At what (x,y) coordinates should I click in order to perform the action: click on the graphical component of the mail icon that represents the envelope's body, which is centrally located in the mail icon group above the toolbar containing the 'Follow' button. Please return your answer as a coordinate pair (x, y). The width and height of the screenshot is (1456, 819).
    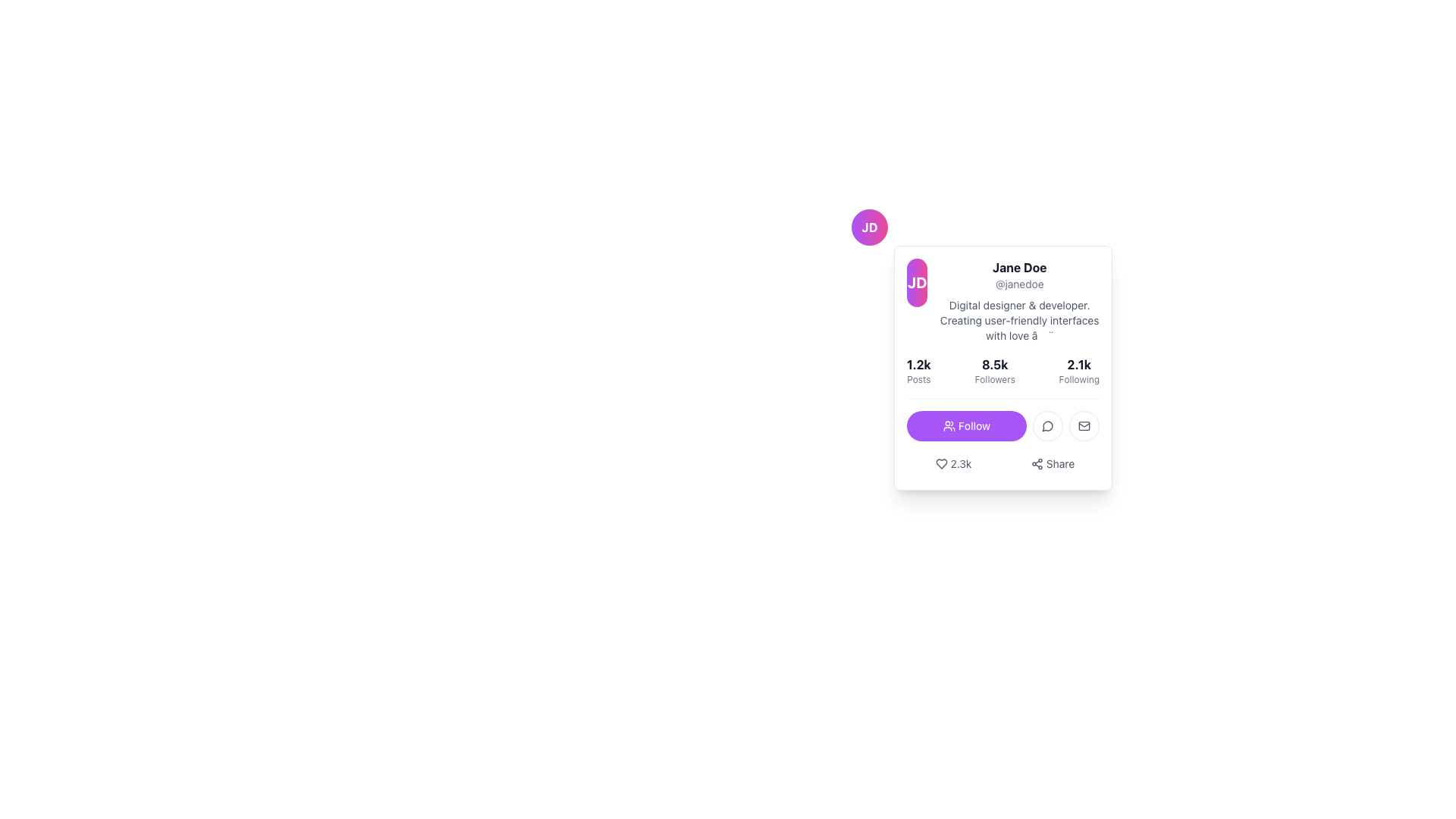
    Looking at the image, I should click on (1084, 426).